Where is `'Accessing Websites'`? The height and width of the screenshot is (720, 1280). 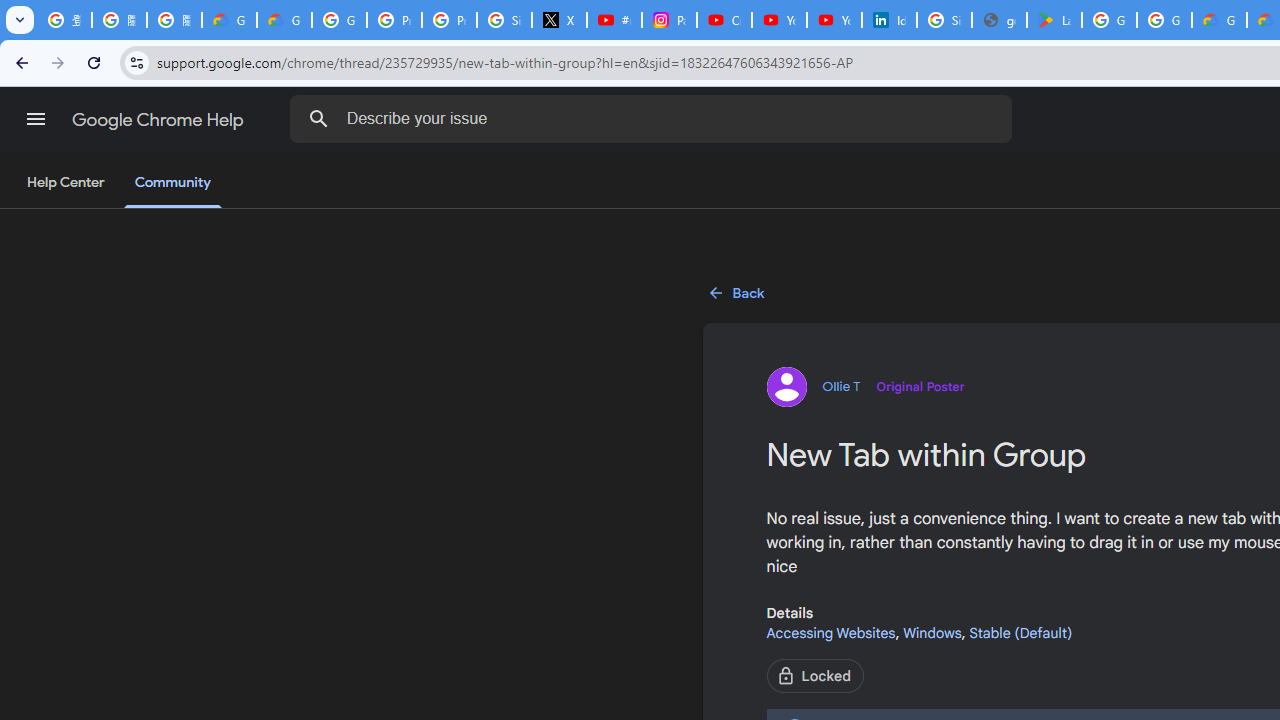
'Accessing Websites' is located at coordinates (830, 632).